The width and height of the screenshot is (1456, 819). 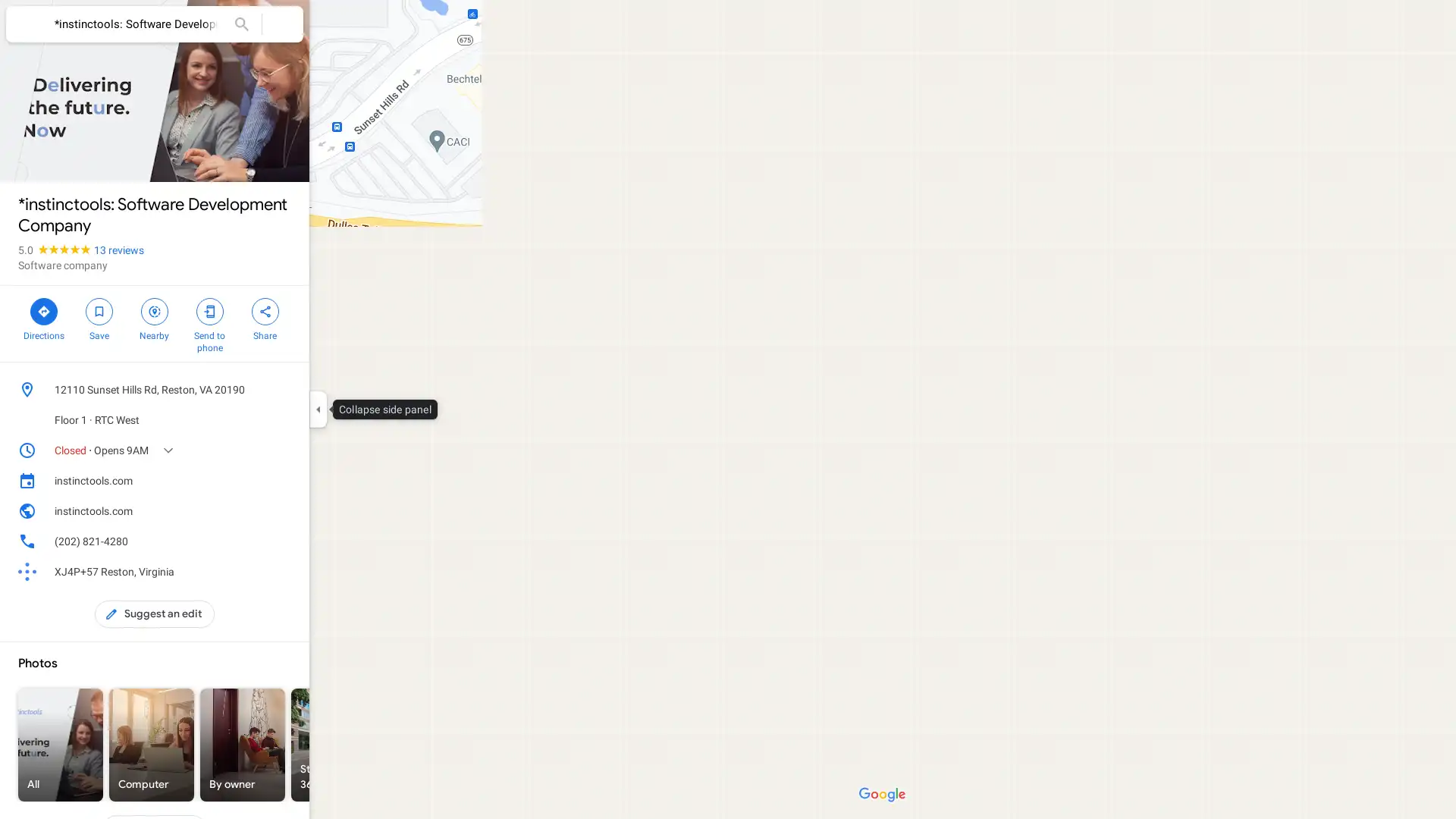 What do you see at coordinates (55, 157) in the screenshot?
I see `19 photos` at bounding box center [55, 157].